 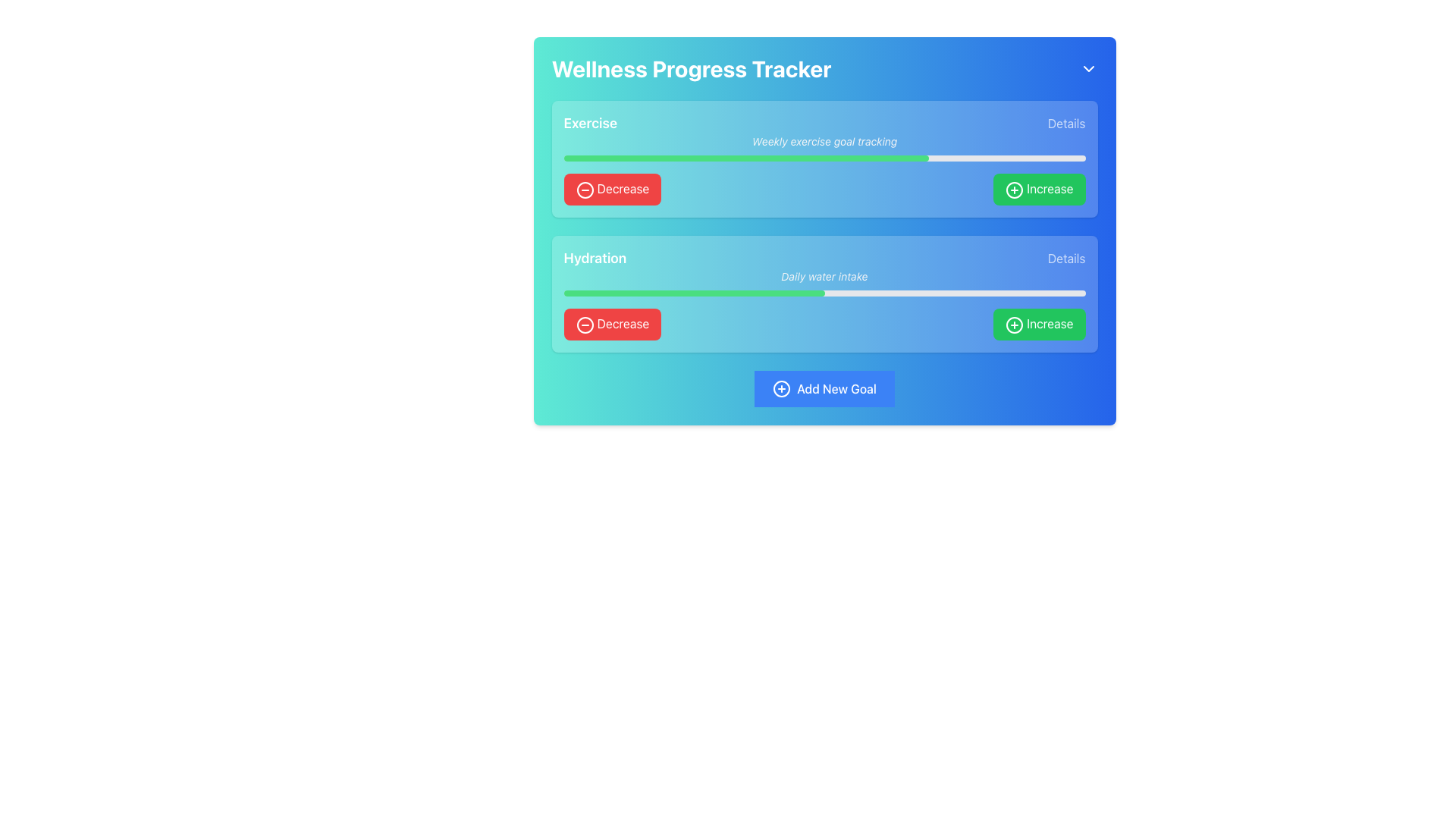 I want to click on the circular icon containing a plus symbol, which is, so click(x=782, y=388).